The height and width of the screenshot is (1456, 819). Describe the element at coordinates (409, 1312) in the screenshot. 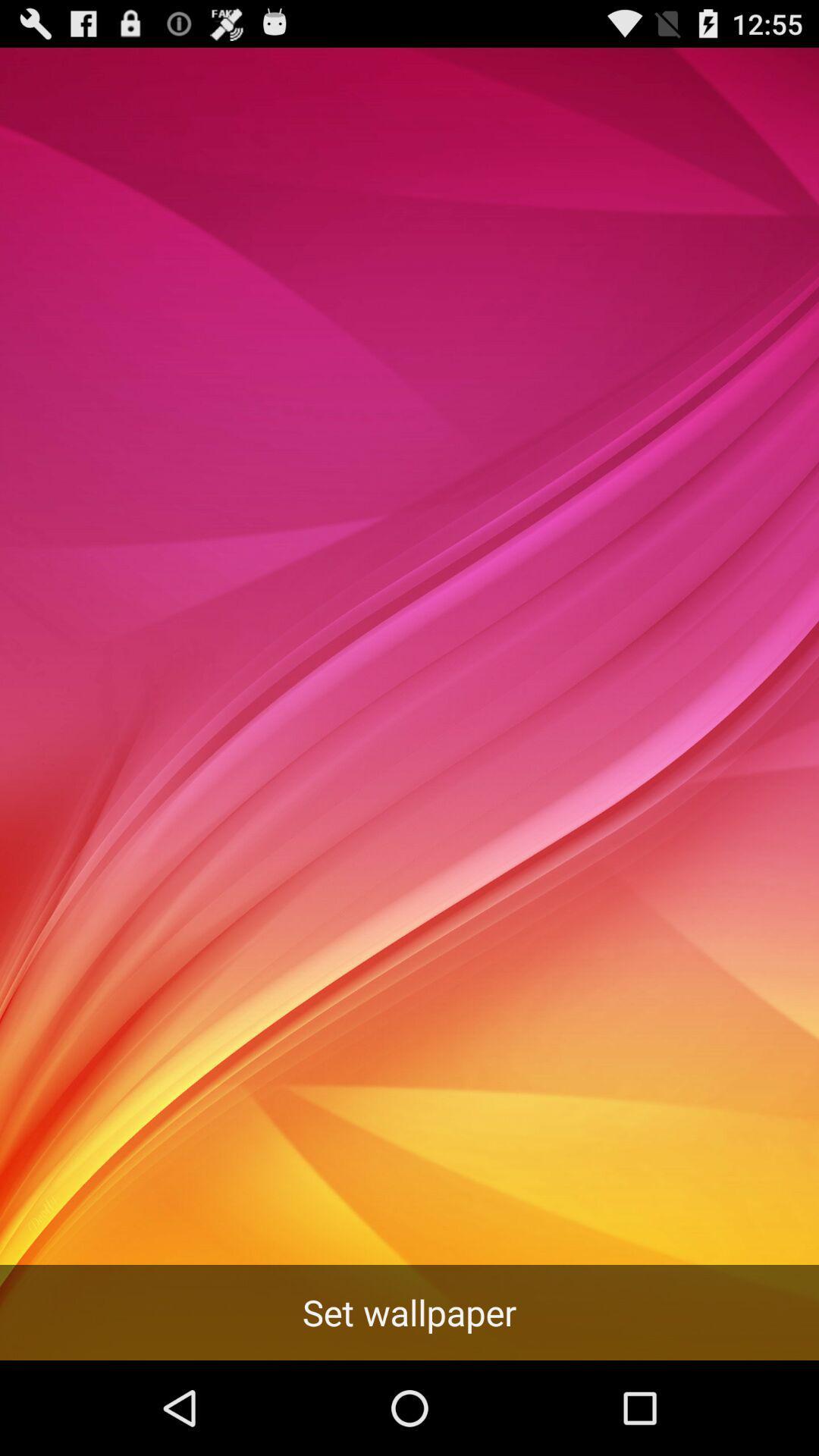

I see `set wallpaper button` at that location.